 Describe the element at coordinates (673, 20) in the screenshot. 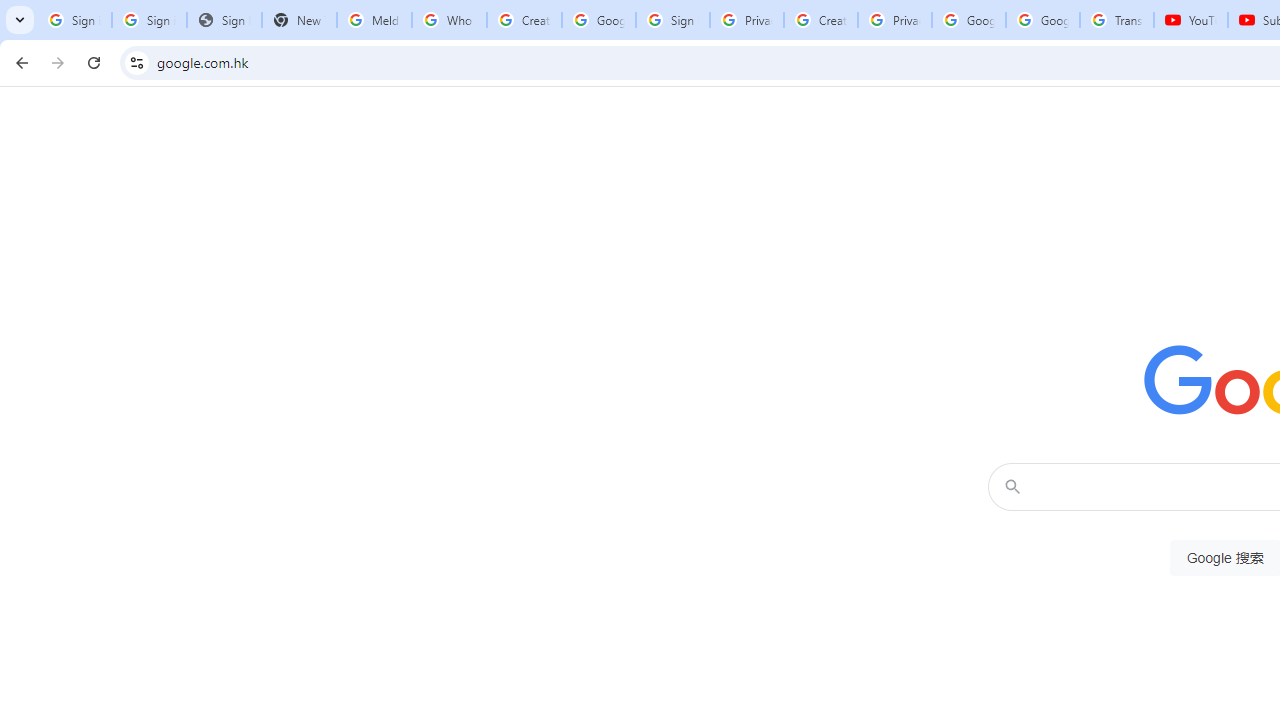

I see `'Sign in - Google Accounts'` at that location.